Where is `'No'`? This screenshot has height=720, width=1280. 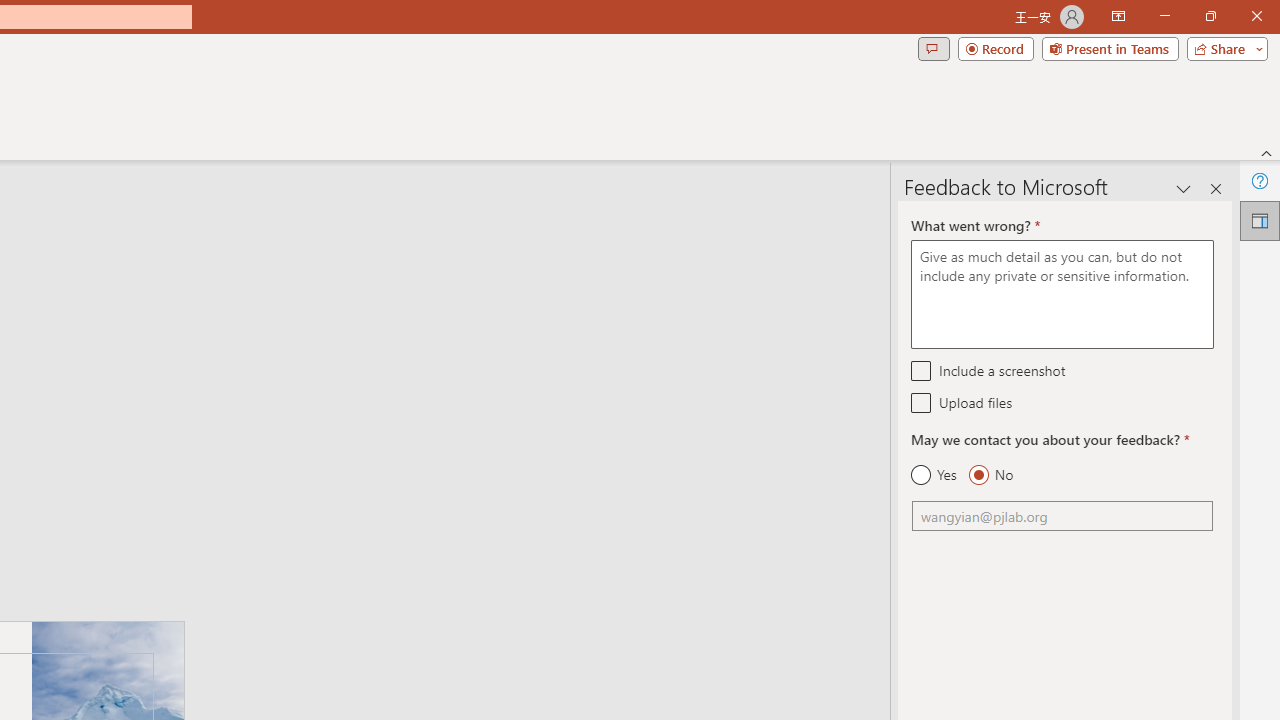
'No' is located at coordinates (990, 475).